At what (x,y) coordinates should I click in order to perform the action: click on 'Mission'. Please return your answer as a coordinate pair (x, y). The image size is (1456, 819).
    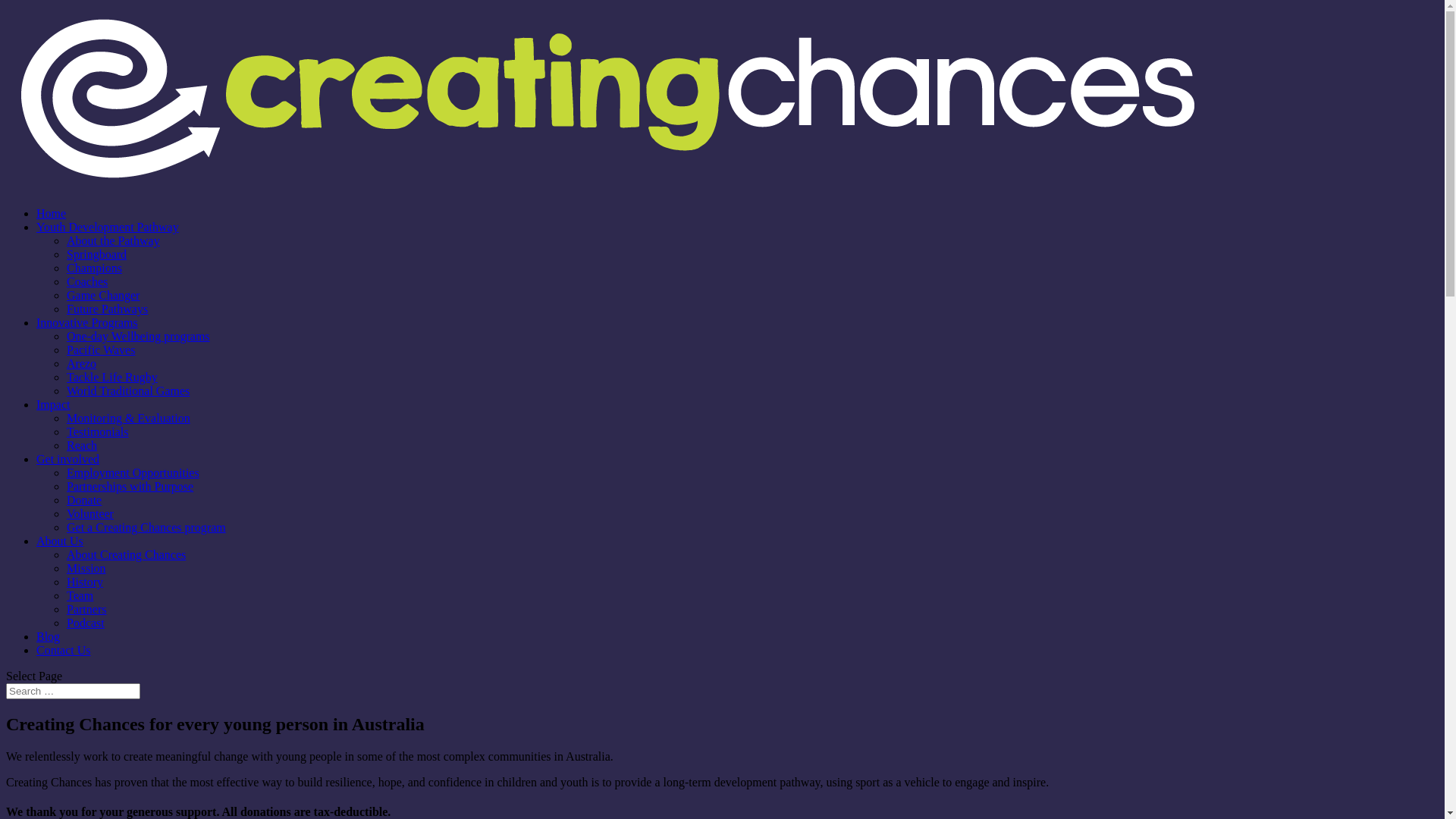
    Looking at the image, I should click on (86, 568).